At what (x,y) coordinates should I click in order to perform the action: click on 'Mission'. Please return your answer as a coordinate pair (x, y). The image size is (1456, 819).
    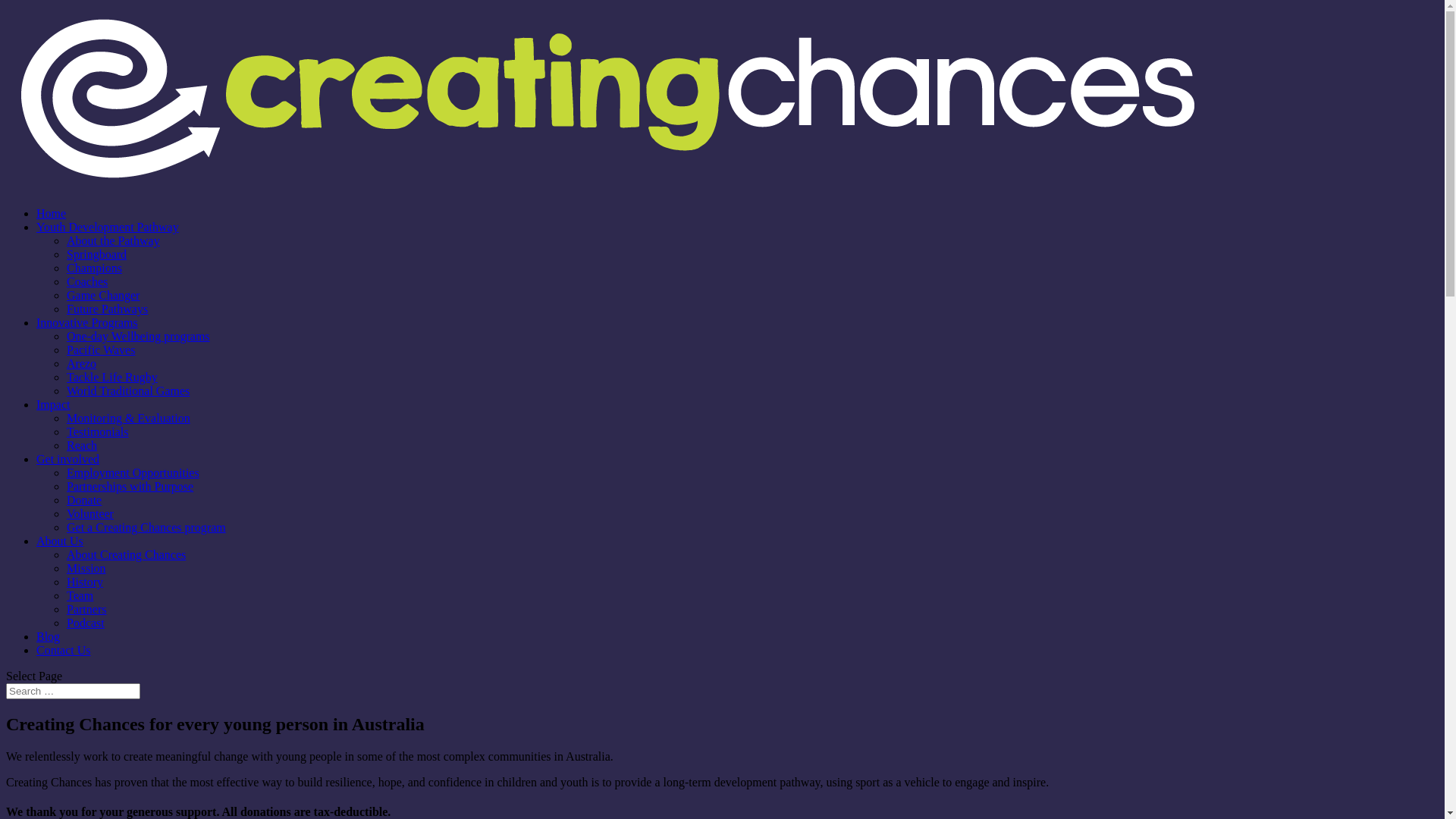
    Looking at the image, I should click on (86, 568).